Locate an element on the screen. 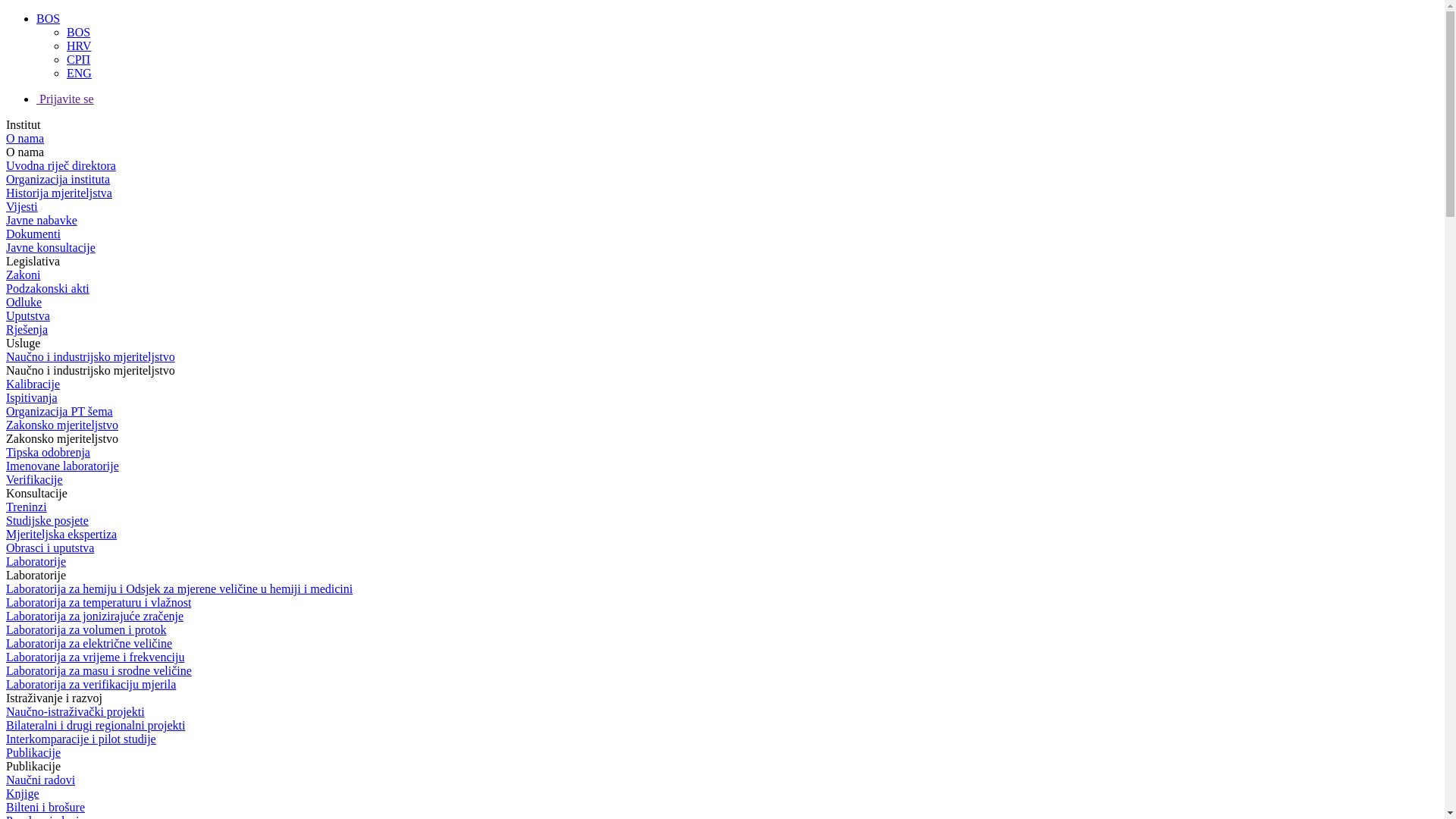 This screenshot has width=1456, height=819. 'Zakoni' is located at coordinates (23, 275).